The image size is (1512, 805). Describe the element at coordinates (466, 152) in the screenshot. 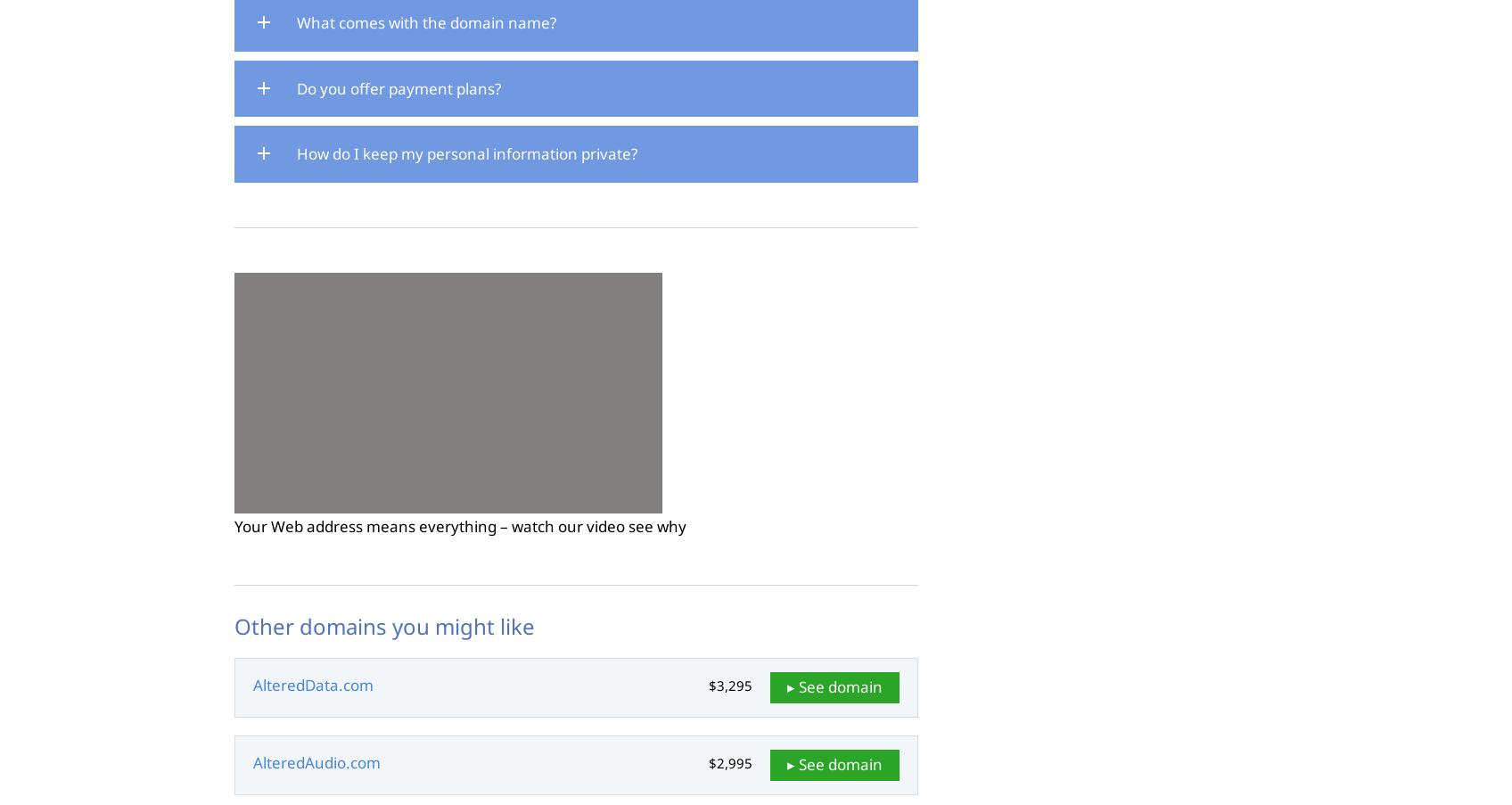

I see `'How do I keep my personal information private?'` at that location.